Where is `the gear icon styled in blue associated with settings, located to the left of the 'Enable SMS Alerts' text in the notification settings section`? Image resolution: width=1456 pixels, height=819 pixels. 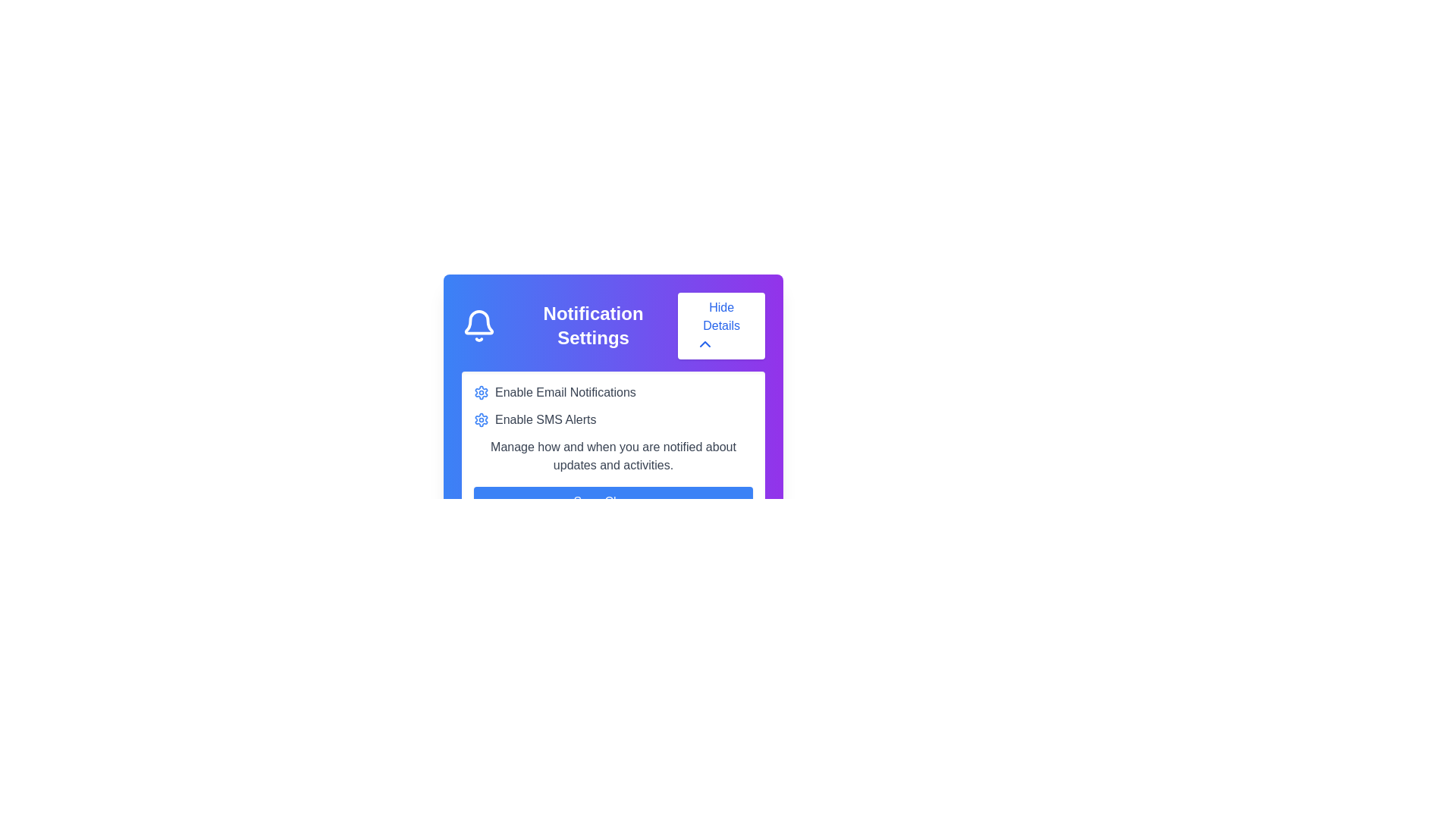 the gear icon styled in blue associated with settings, located to the left of the 'Enable SMS Alerts' text in the notification settings section is located at coordinates (480, 391).